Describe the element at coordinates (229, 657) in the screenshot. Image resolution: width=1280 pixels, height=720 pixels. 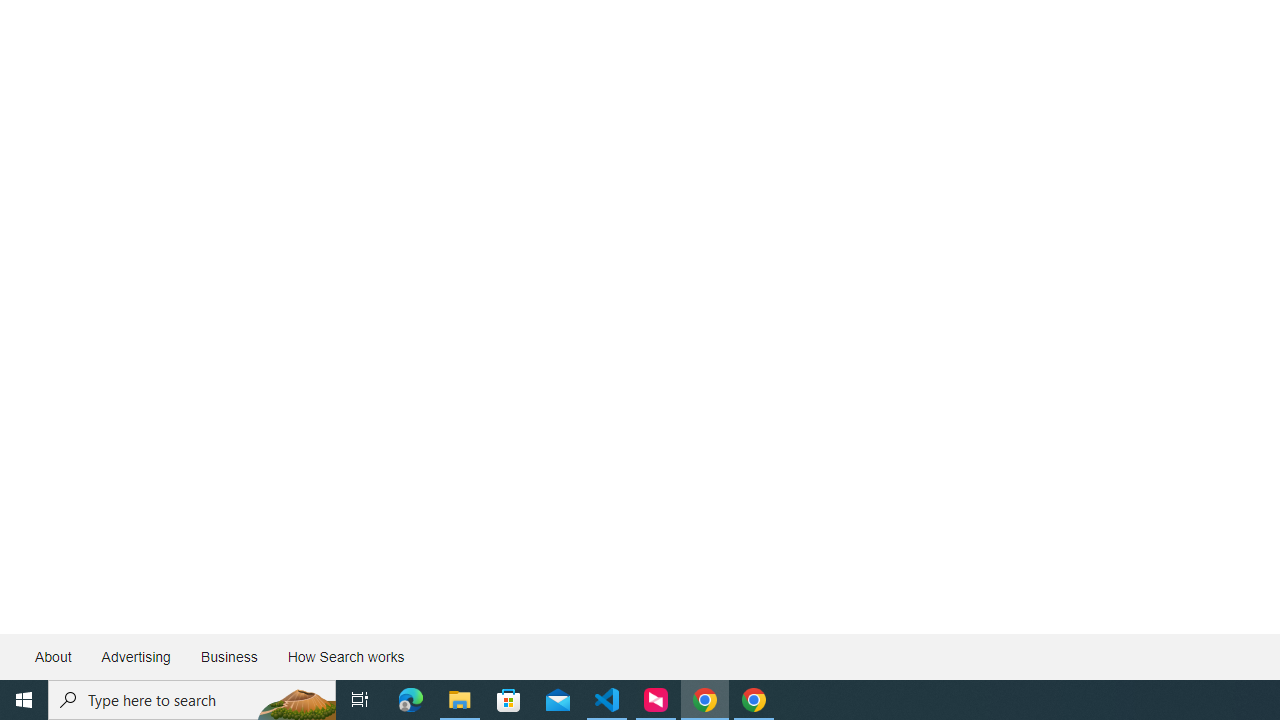
I see `'Business'` at that location.